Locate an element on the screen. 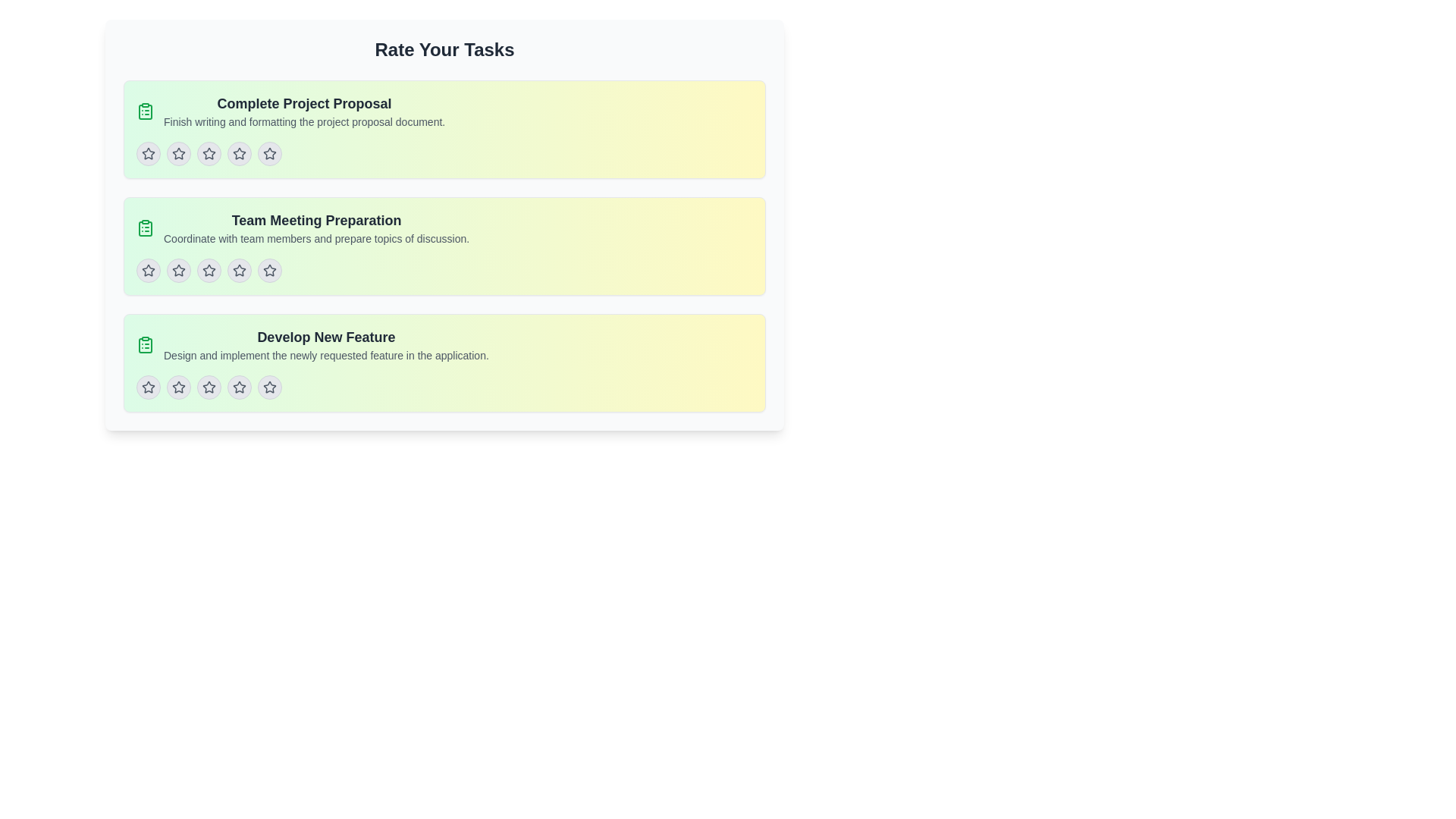  the descriptive section element that provides task information, positioned between the 'Complete Project Proposal' and 'Develop New Feature' tasks is located at coordinates (444, 227).